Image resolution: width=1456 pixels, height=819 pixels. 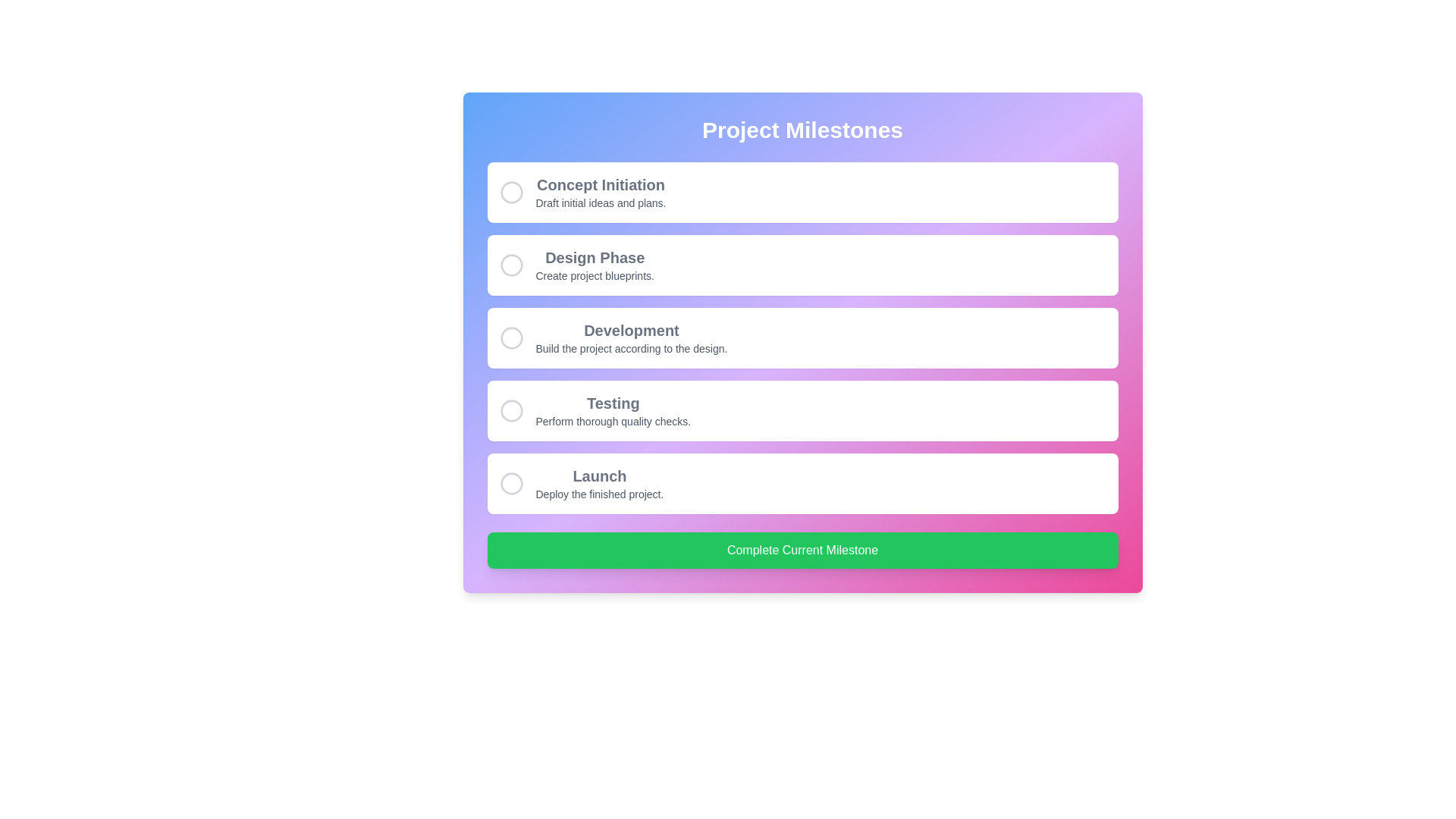 What do you see at coordinates (511, 483) in the screenshot?
I see `the circular icon with a thin gray border and a white interior located within the 'Launch' milestone section, positioned to the left of the milestone title` at bounding box center [511, 483].